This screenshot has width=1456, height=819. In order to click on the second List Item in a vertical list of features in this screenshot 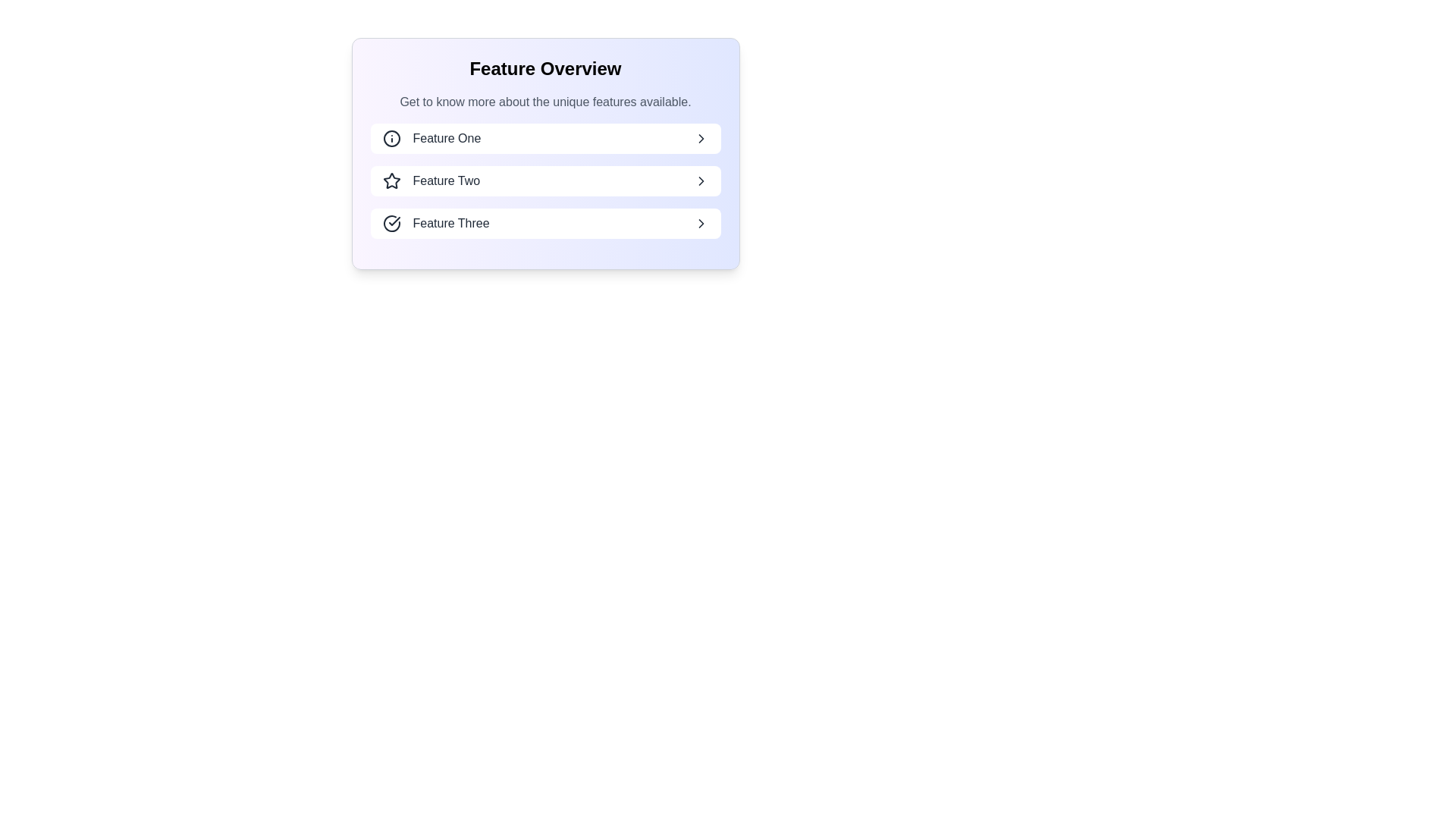, I will do `click(545, 180)`.